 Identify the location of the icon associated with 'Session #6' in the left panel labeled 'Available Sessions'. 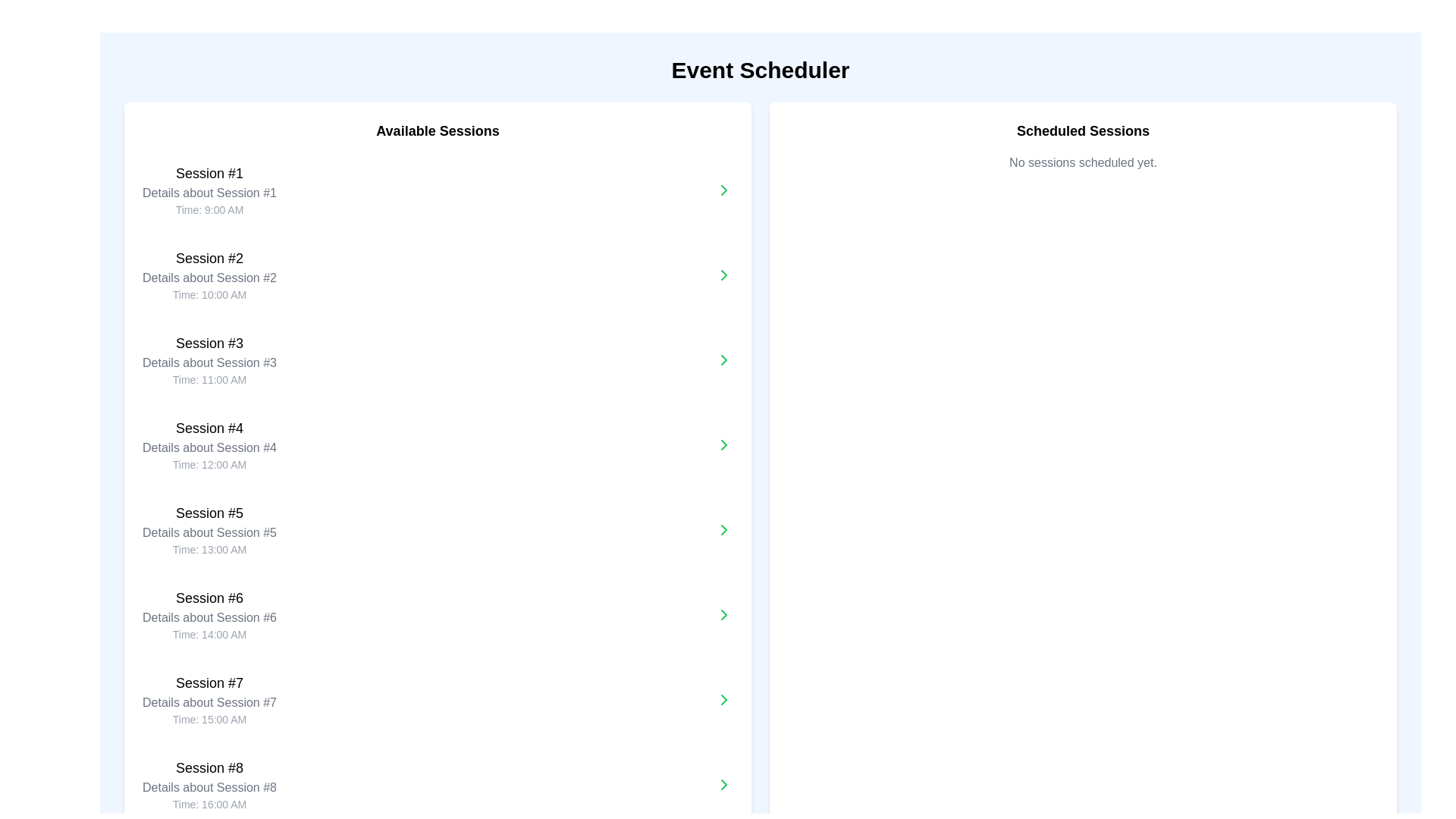
(723, 614).